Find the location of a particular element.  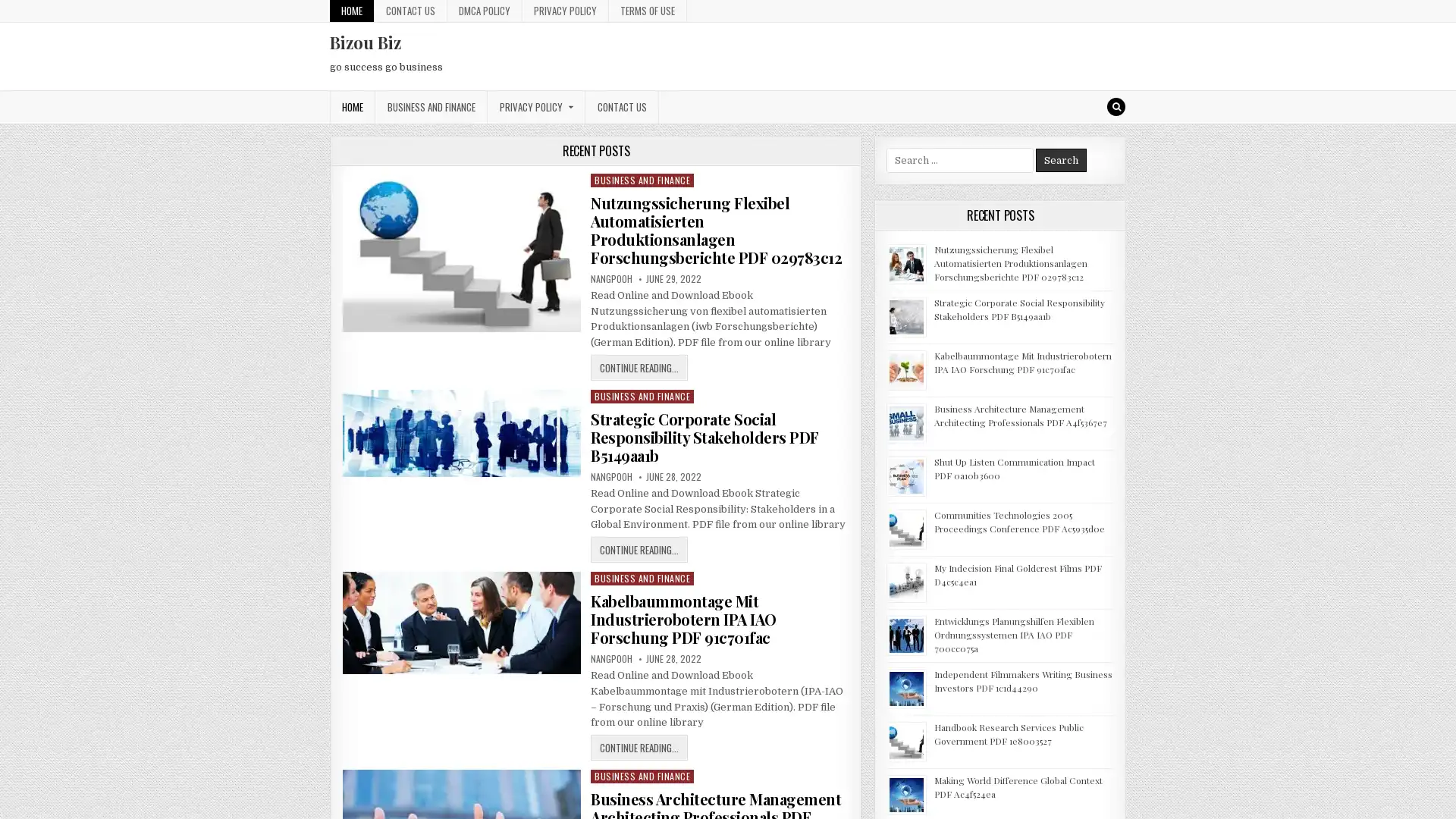

Search is located at coordinates (1060, 160).